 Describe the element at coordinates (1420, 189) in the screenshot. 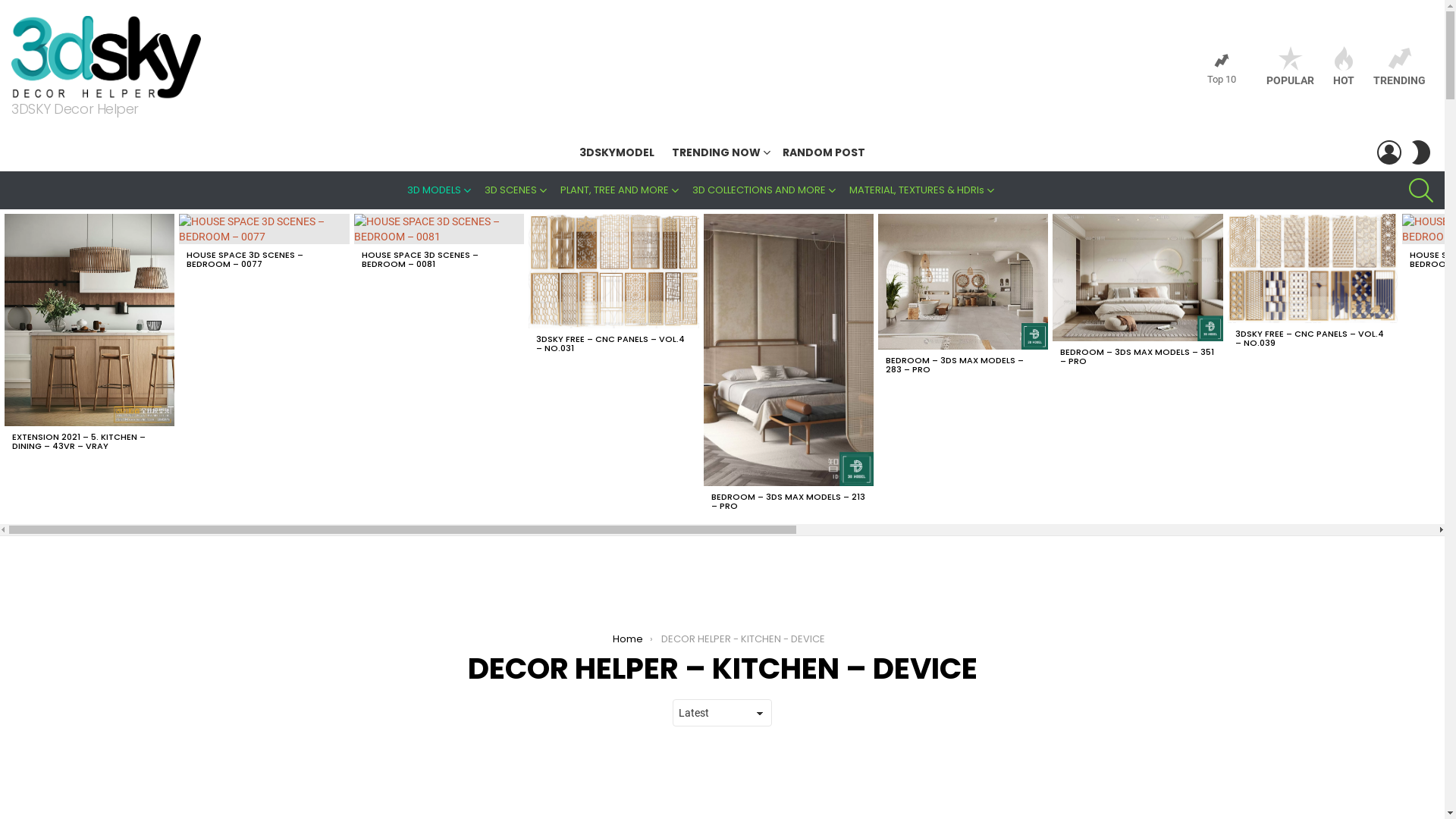

I see `'SEARCH'` at that location.